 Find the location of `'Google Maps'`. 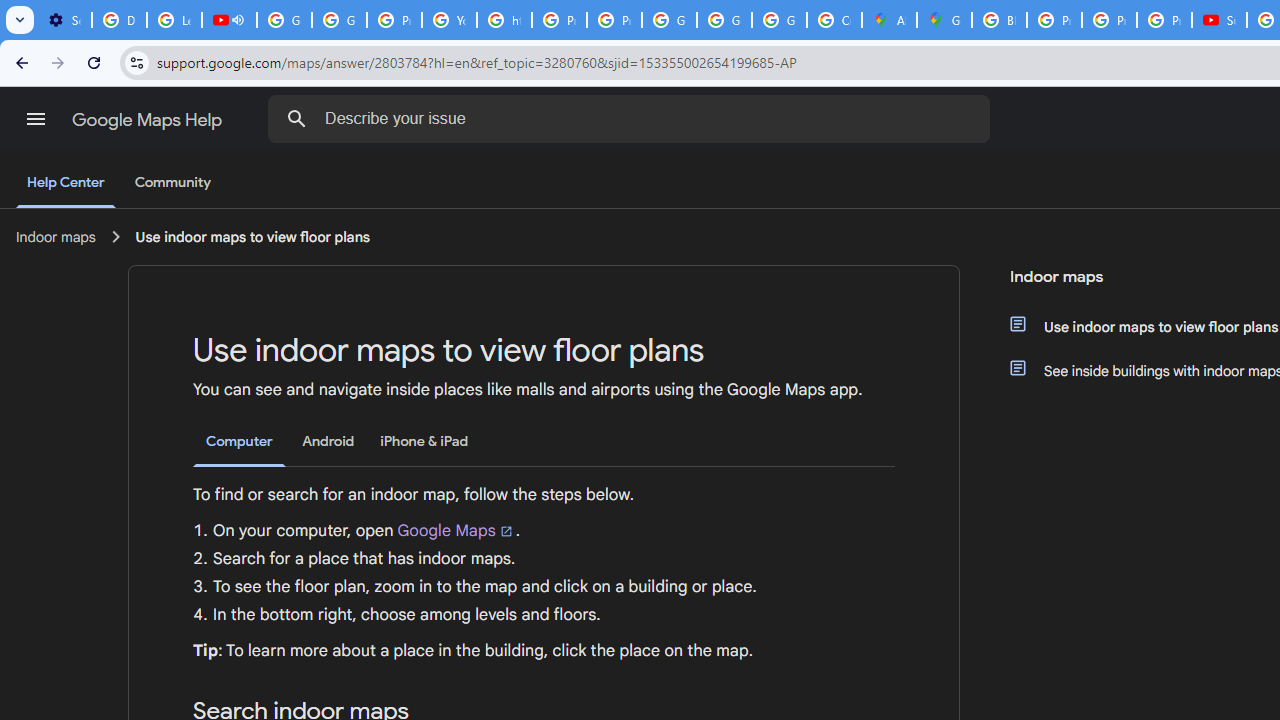

'Google Maps' is located at coordinates (455, 530).